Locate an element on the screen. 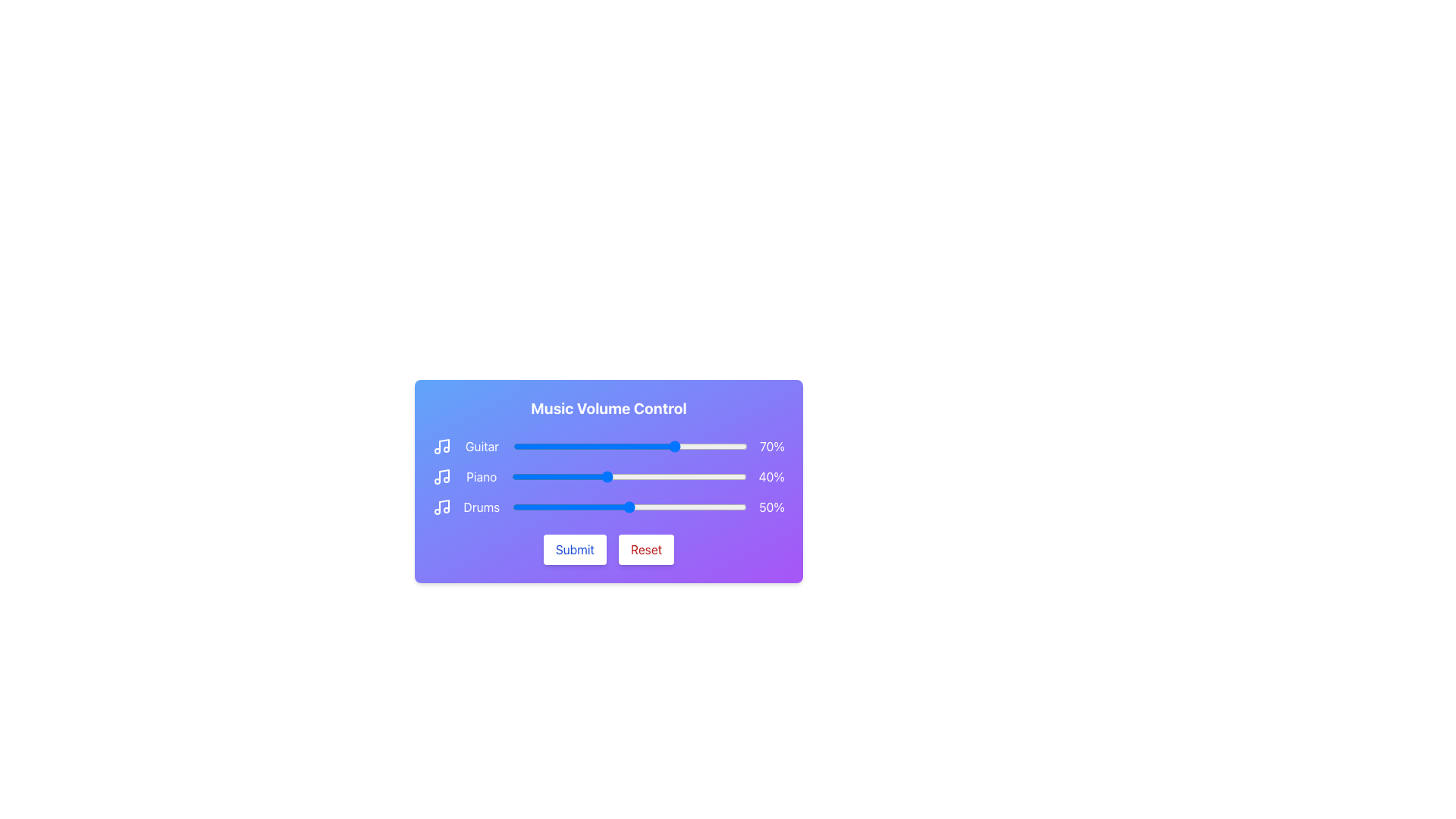  the text display showing '70%' which indicates the volume level of the Guitar, located at the far right of the volume control row is located at coordinates (772, 446).